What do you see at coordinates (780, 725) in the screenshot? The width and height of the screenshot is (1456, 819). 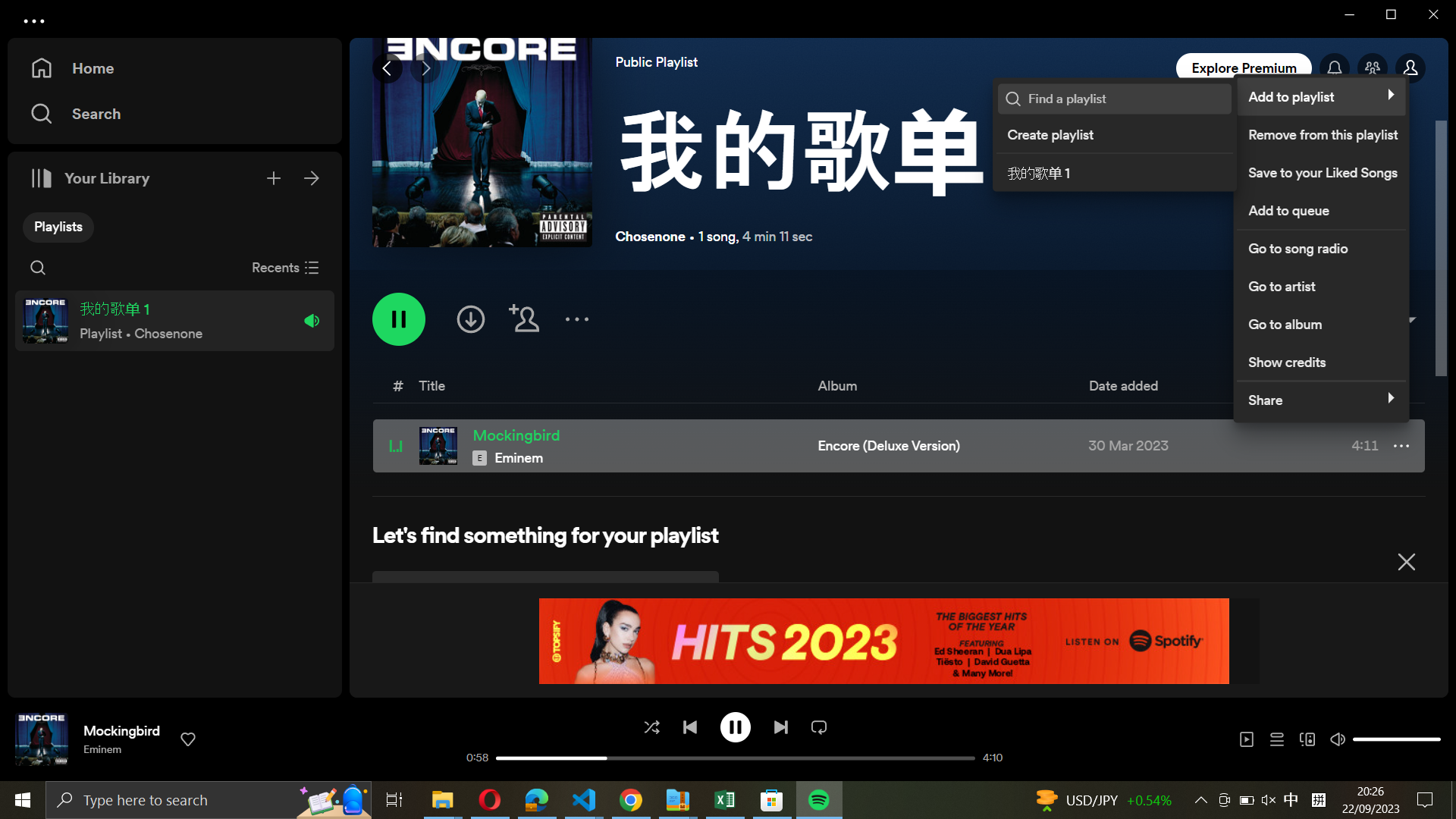 I see `the song"s finale` at bounding box center [780, 725].